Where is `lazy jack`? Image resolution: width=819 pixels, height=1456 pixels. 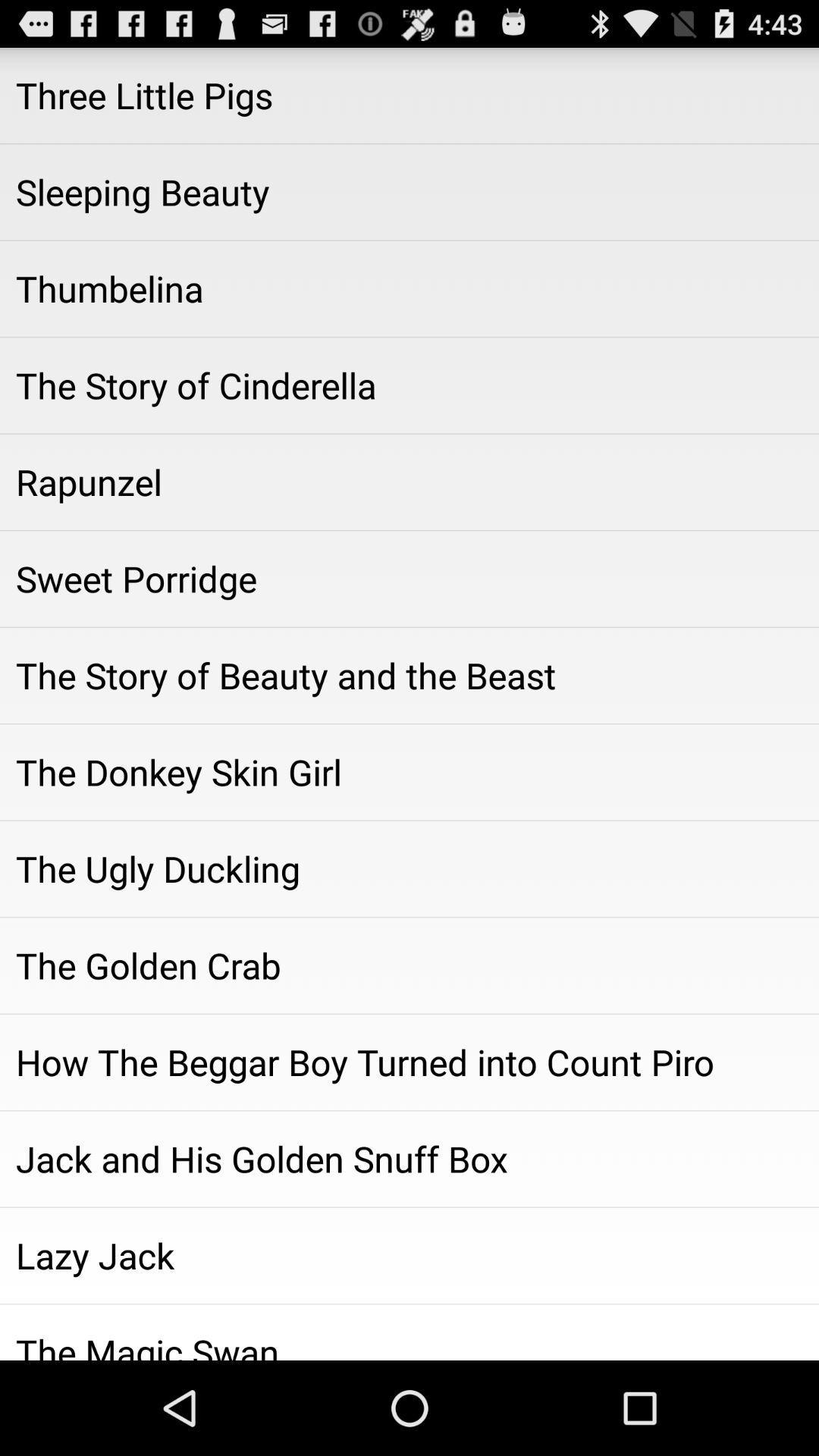
lazy jack is located at coordinates (409, 1256).